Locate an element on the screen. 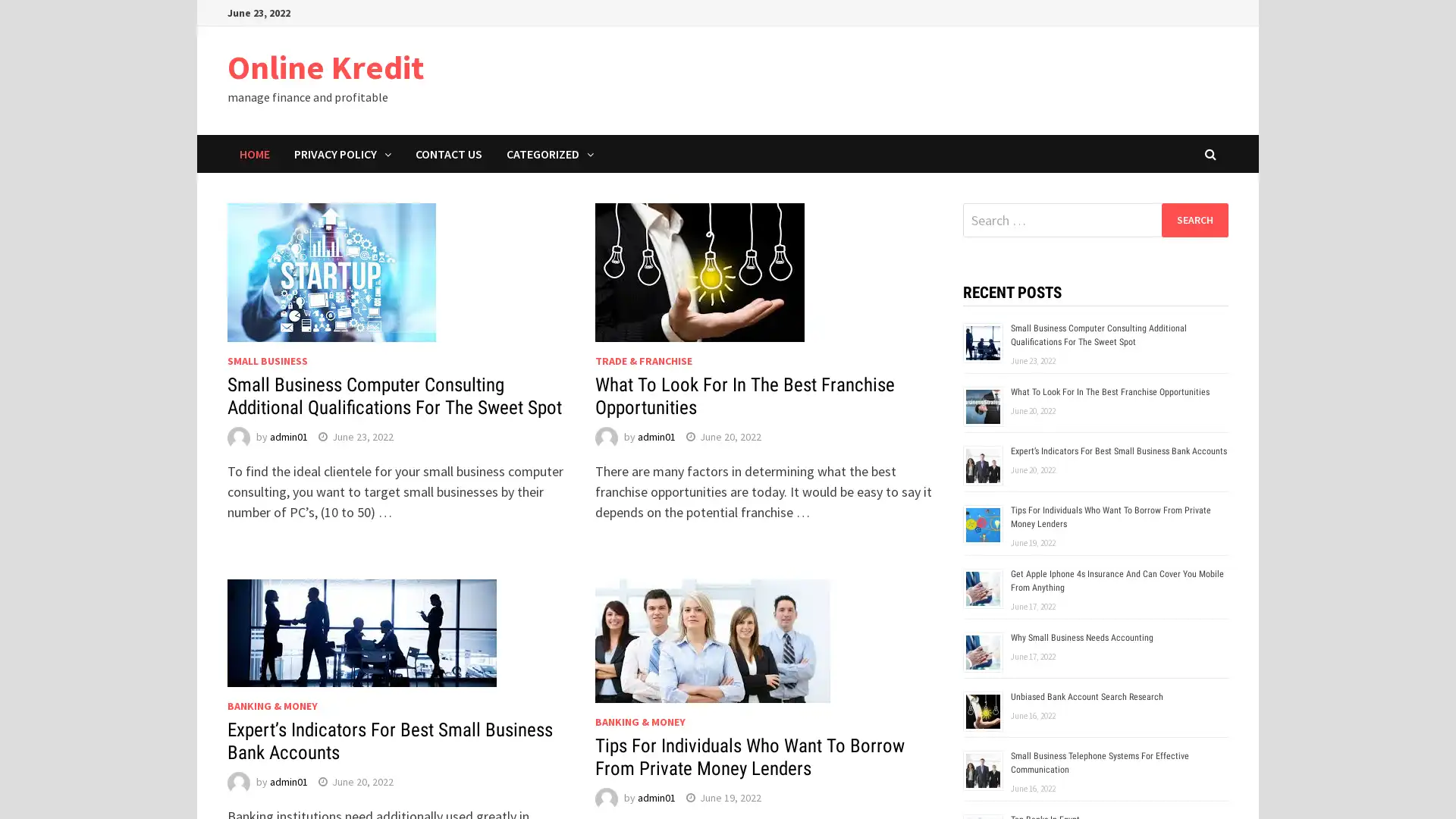 This screenshot has width=1456, height=819. Search is located at coordinates (1194, 219).